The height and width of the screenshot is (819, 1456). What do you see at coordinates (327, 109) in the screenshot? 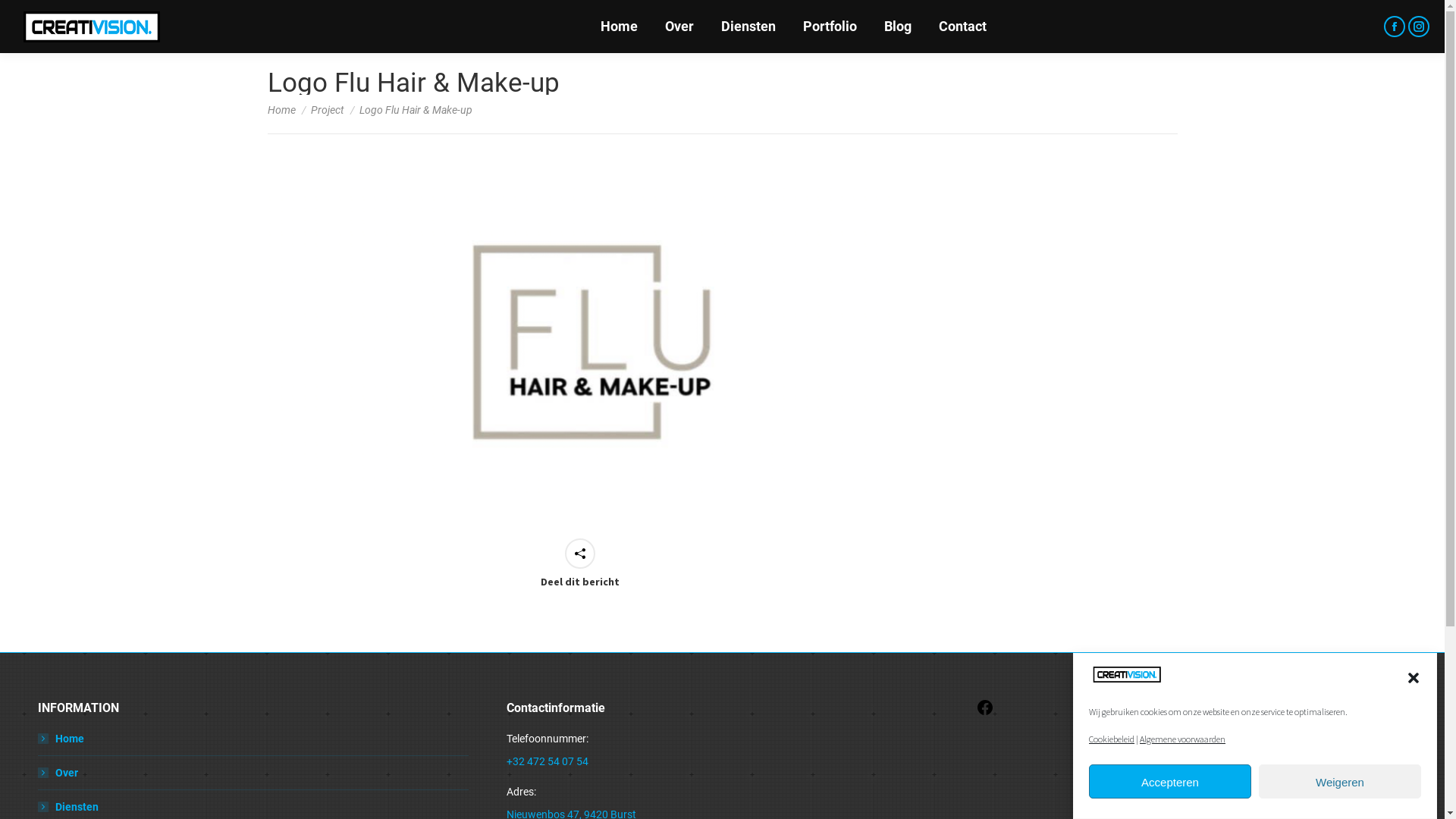
I see `'Project'` at bounding box center [327, 109].